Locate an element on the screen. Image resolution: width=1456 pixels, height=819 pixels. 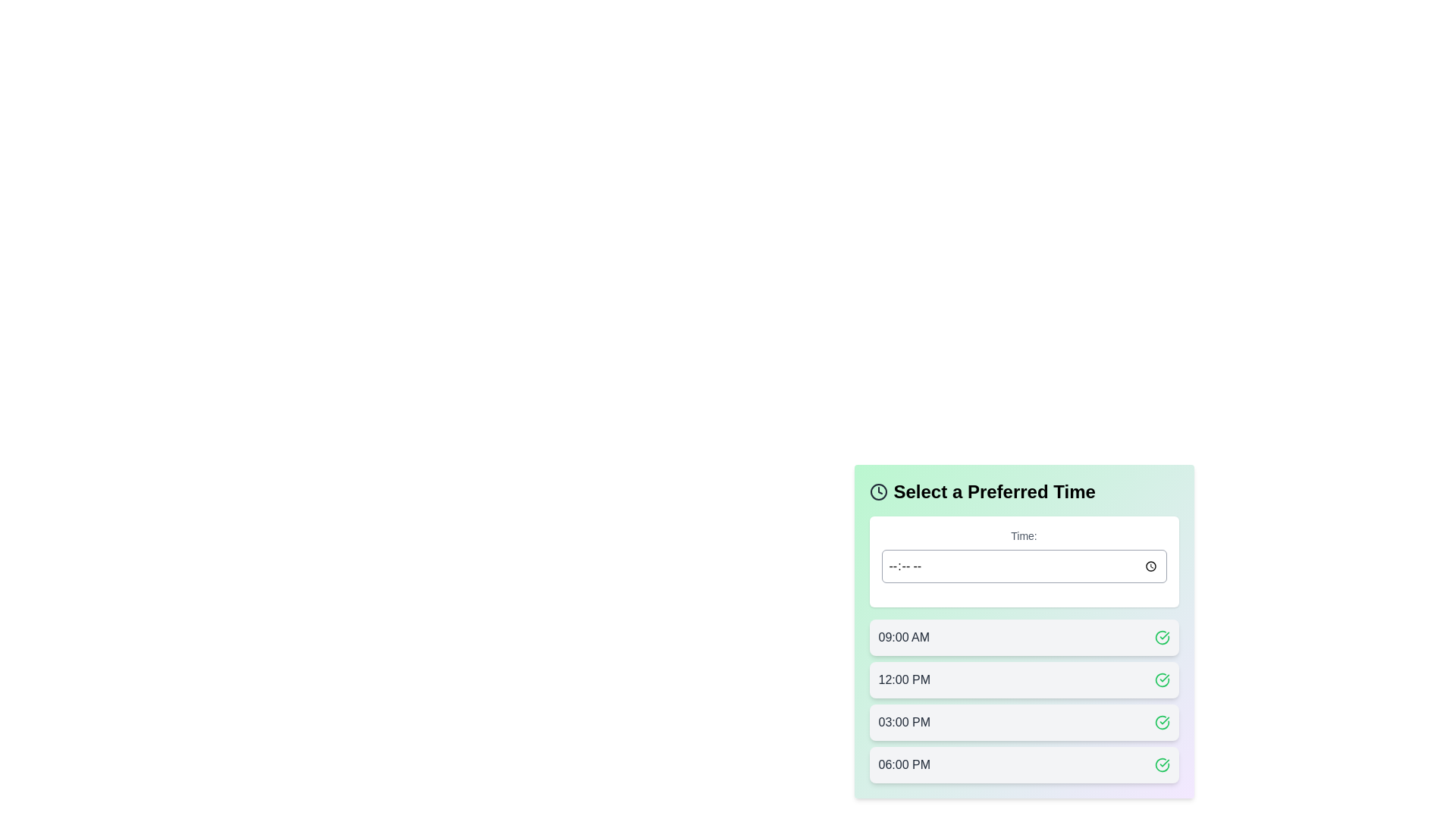
the label displaying 'Time:' which is styled in gray color and positioned above the time input field within a minimalistic panel is located at coordinates (1024, 535).